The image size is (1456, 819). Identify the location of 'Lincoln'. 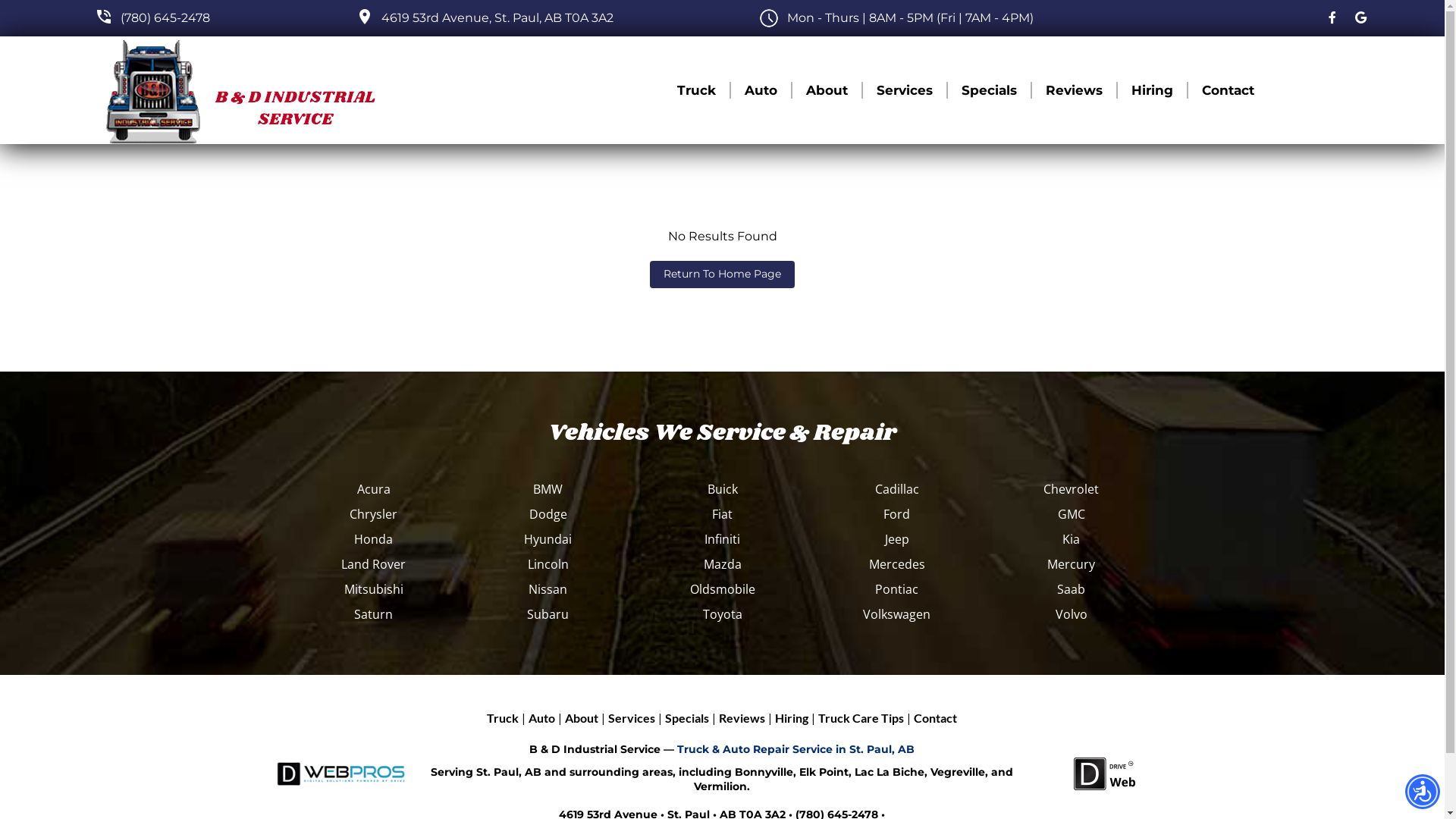
(548, 564).